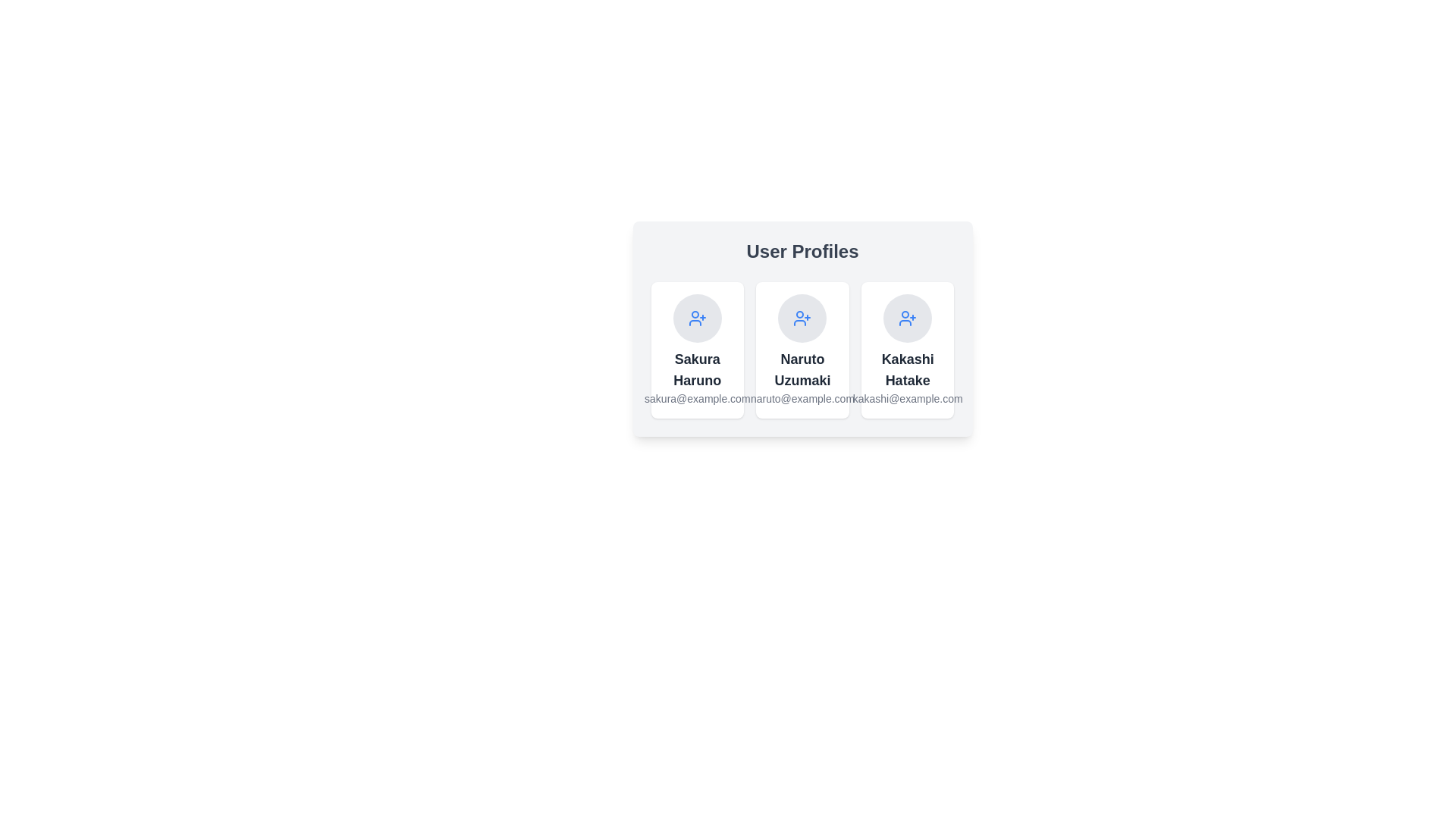  I want to click on the central icon in the 'User Profiles' section to initiate the action of adding or connecting with a user profile, so click(802, 318).